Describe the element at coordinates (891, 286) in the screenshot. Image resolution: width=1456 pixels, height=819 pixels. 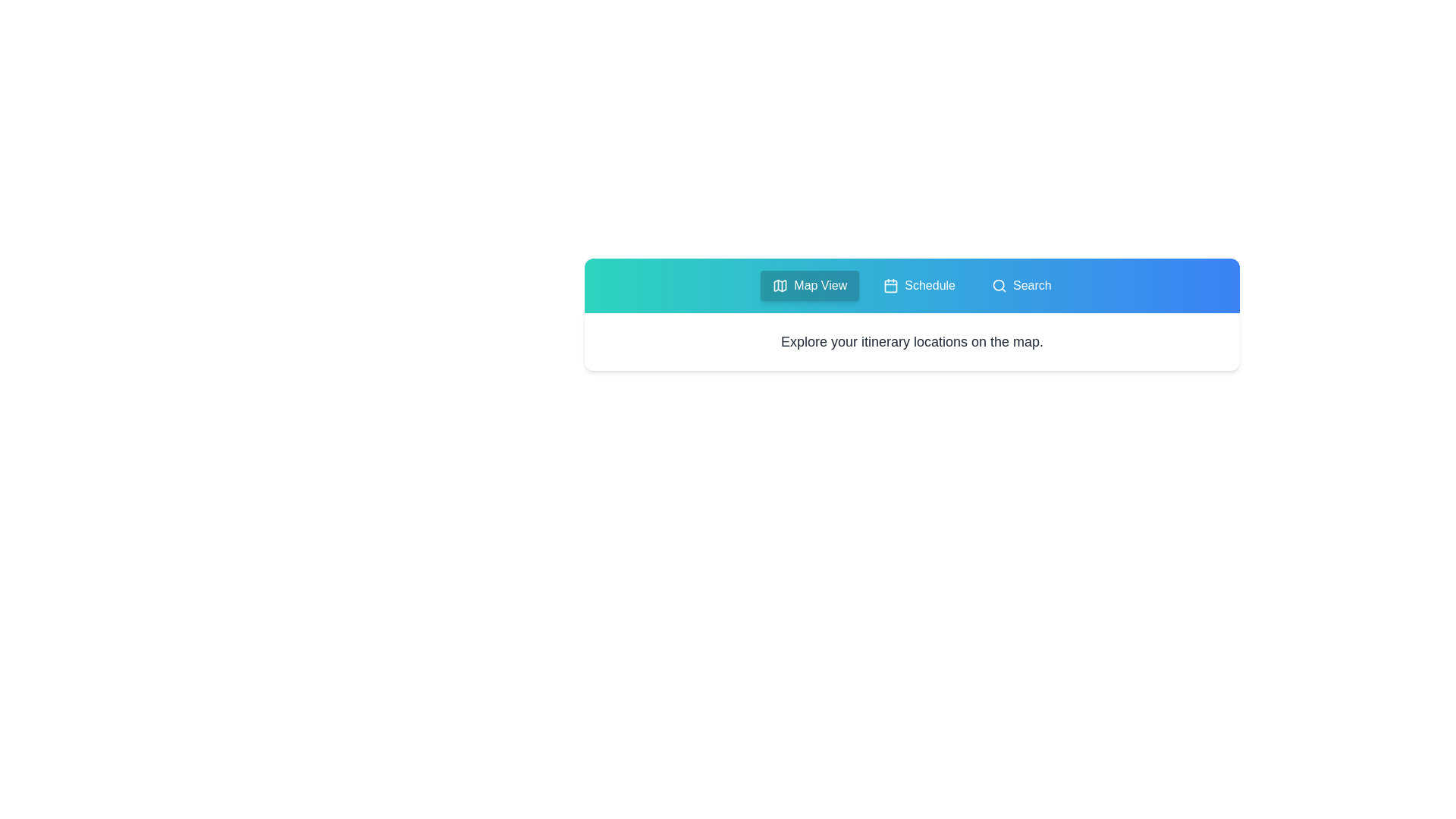
I see `the small rectangular shape with rounded corners, part of the calendar glyph, if it is interactive` at that location.